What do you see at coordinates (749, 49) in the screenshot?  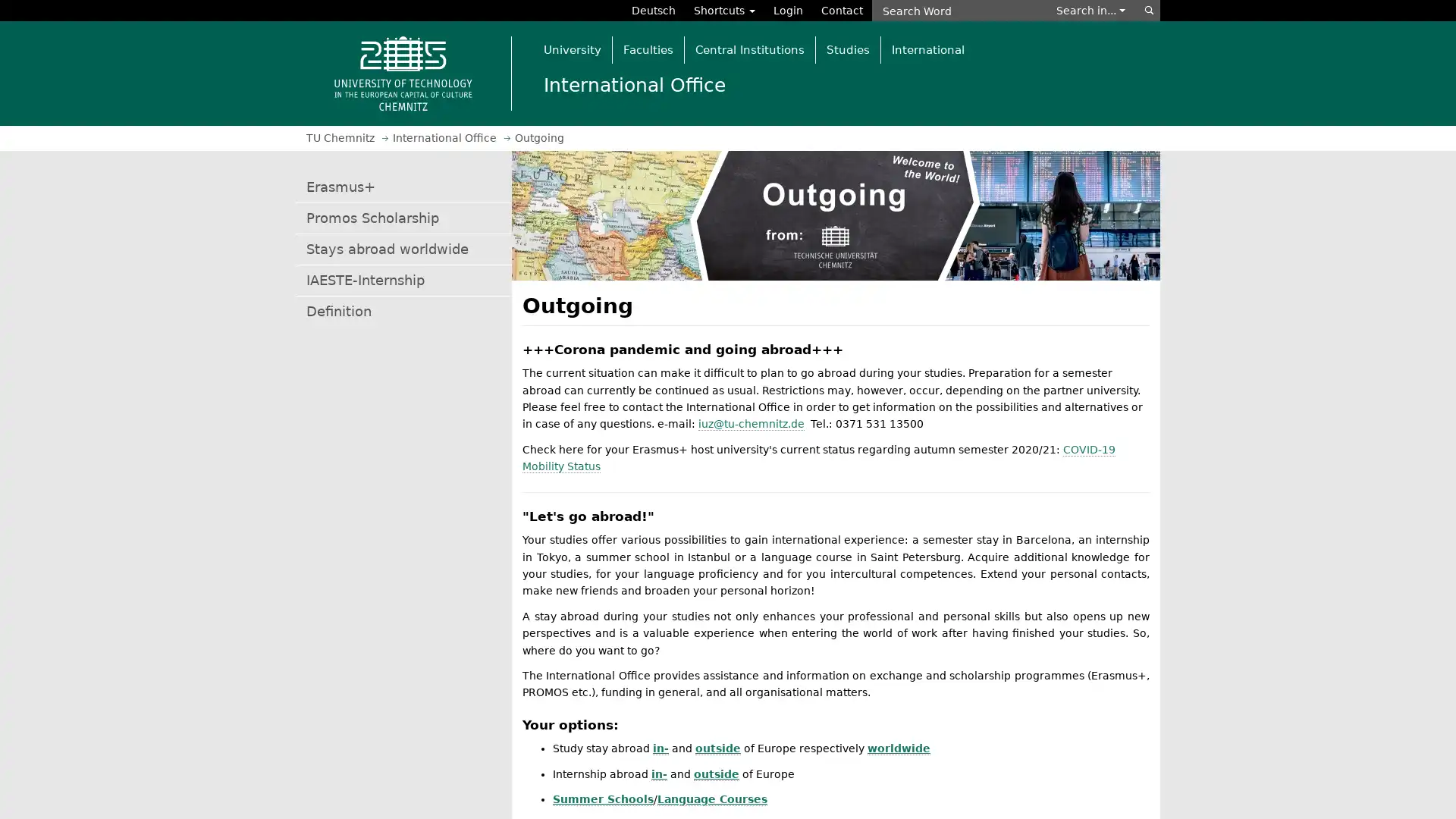 I see `Central Institutions` at bounding box center [749, 49].